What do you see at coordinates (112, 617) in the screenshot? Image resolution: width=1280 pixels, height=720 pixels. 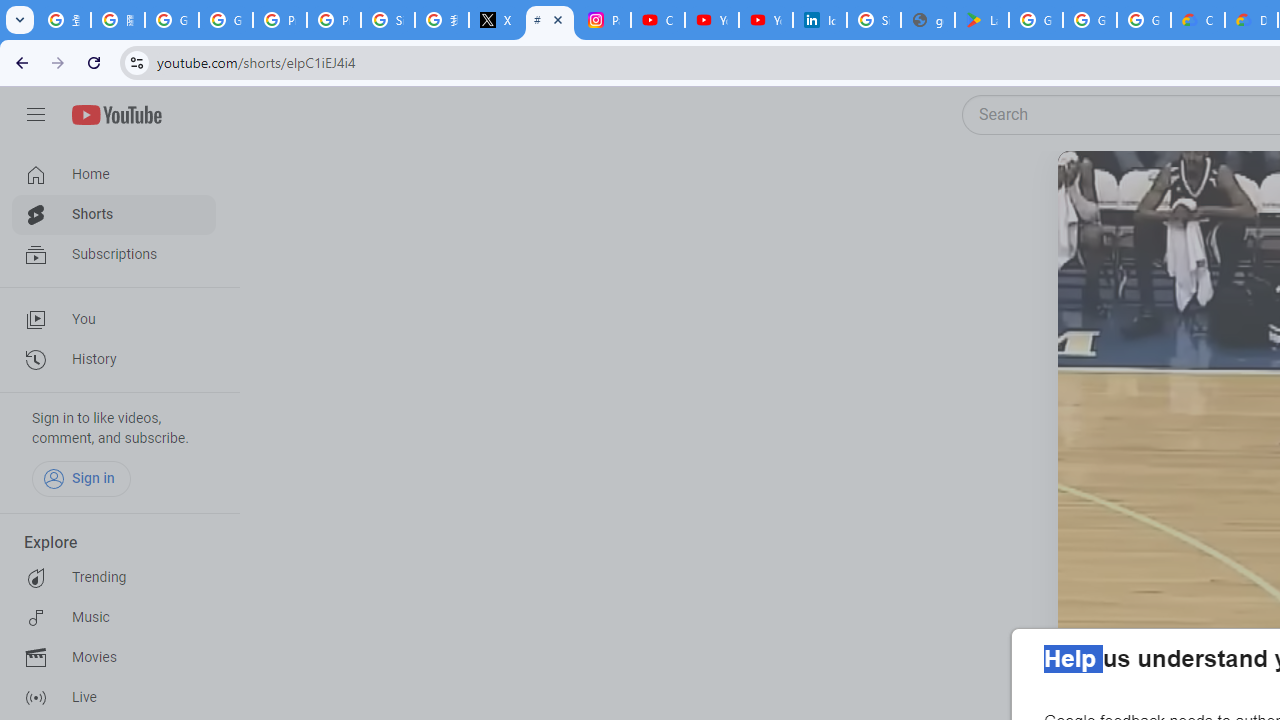 I see `'Music'` at bounding box center [112, 617].